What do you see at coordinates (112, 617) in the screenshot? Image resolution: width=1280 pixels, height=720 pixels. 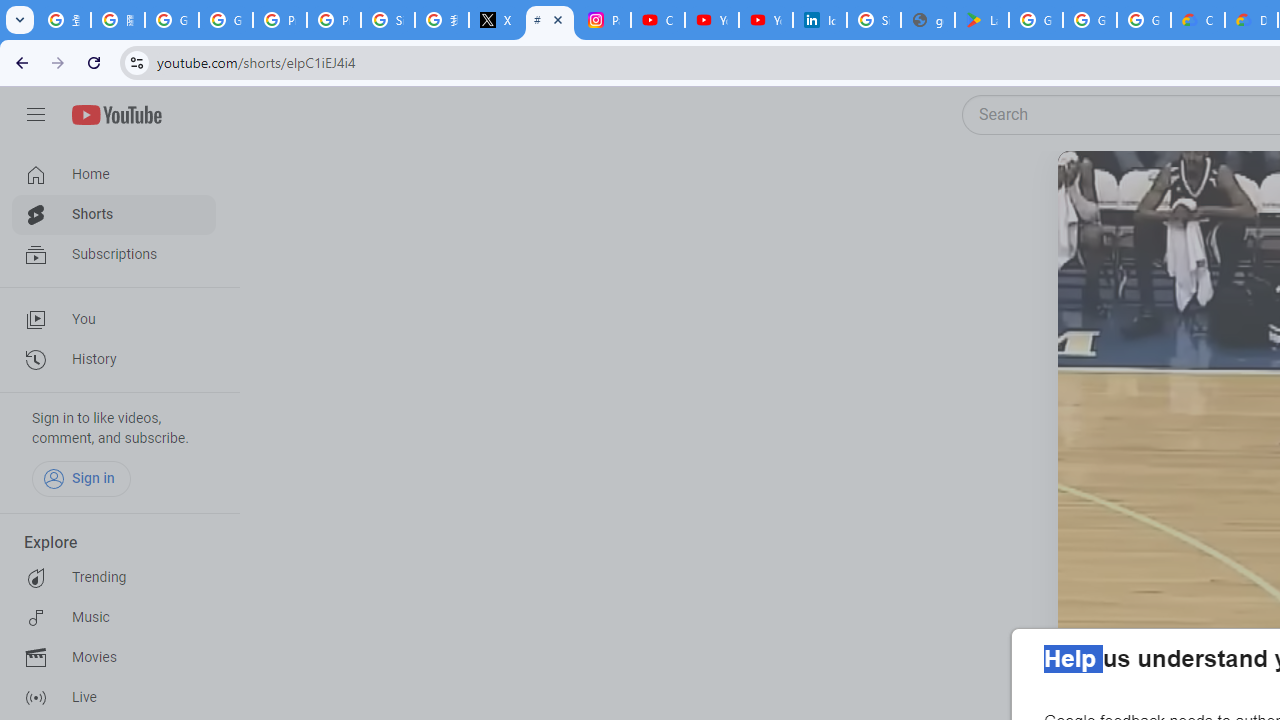 I see `'Music'` at bounding box center [112, 617].